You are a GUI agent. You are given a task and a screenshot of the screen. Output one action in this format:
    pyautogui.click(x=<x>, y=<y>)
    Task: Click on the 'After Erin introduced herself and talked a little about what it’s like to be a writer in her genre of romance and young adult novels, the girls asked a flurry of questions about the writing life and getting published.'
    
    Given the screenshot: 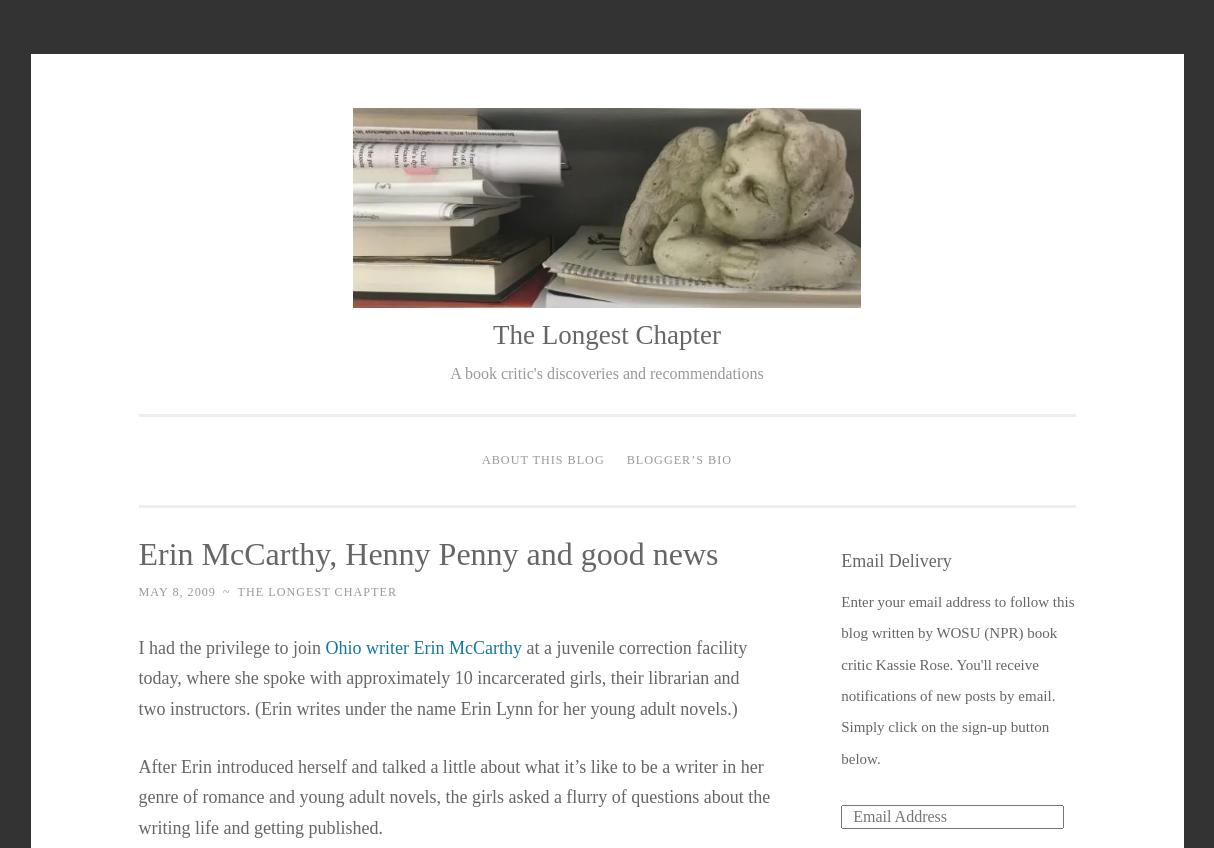 What is the action you would take?
    pyautogui.click(x=454, y=796)
    